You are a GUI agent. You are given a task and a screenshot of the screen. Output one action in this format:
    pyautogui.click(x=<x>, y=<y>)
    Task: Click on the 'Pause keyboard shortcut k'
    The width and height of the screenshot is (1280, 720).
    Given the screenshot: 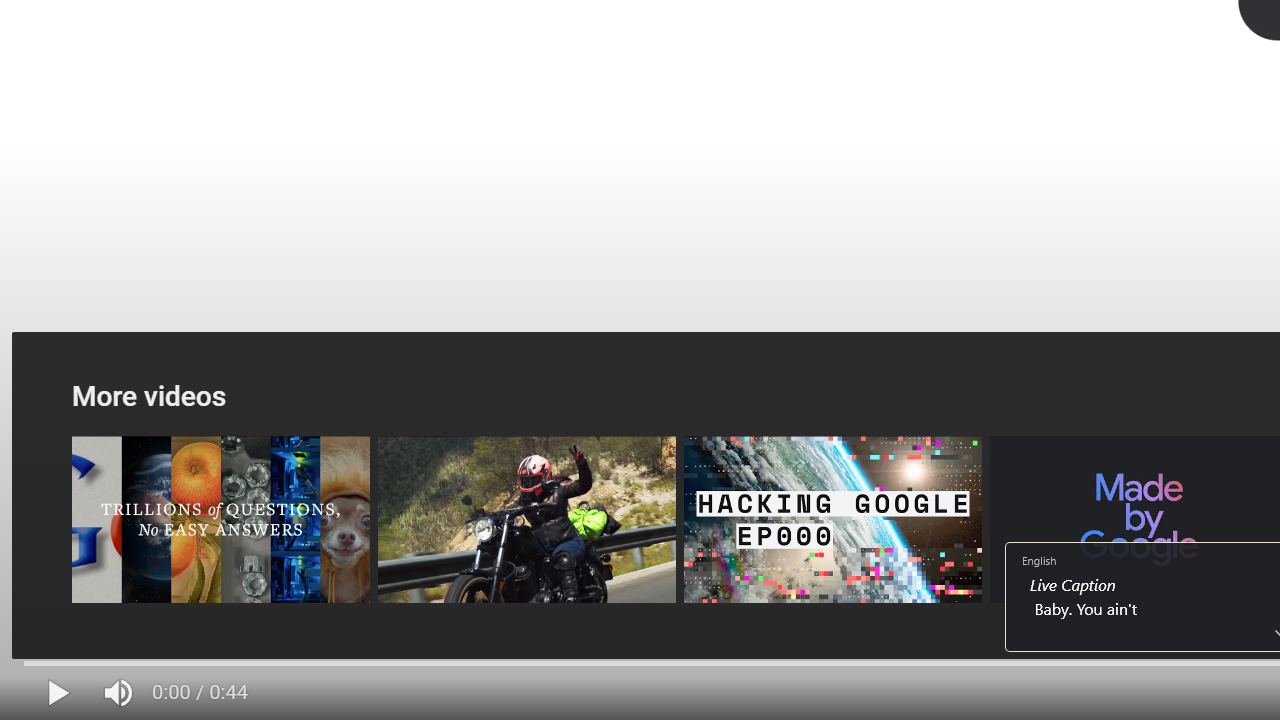 What is the action you would take?
    pyautogui.click(x=58, y=692)
    